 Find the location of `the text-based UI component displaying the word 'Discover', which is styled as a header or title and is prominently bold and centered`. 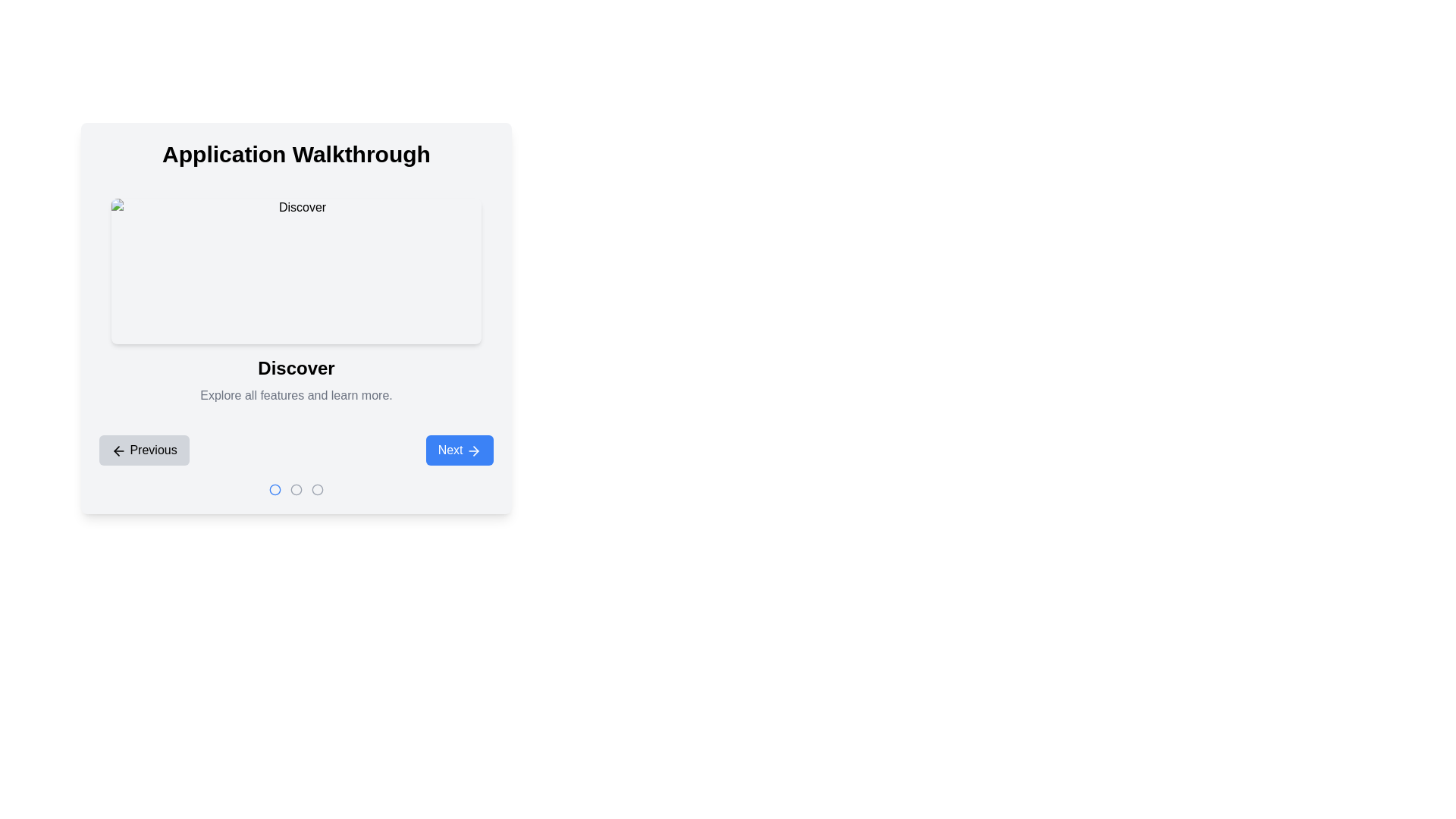

the text-based UI component displaying the word 'Discover', which is styled as a header or title and is prominently bold and centered is located at coordinates (296, 369).